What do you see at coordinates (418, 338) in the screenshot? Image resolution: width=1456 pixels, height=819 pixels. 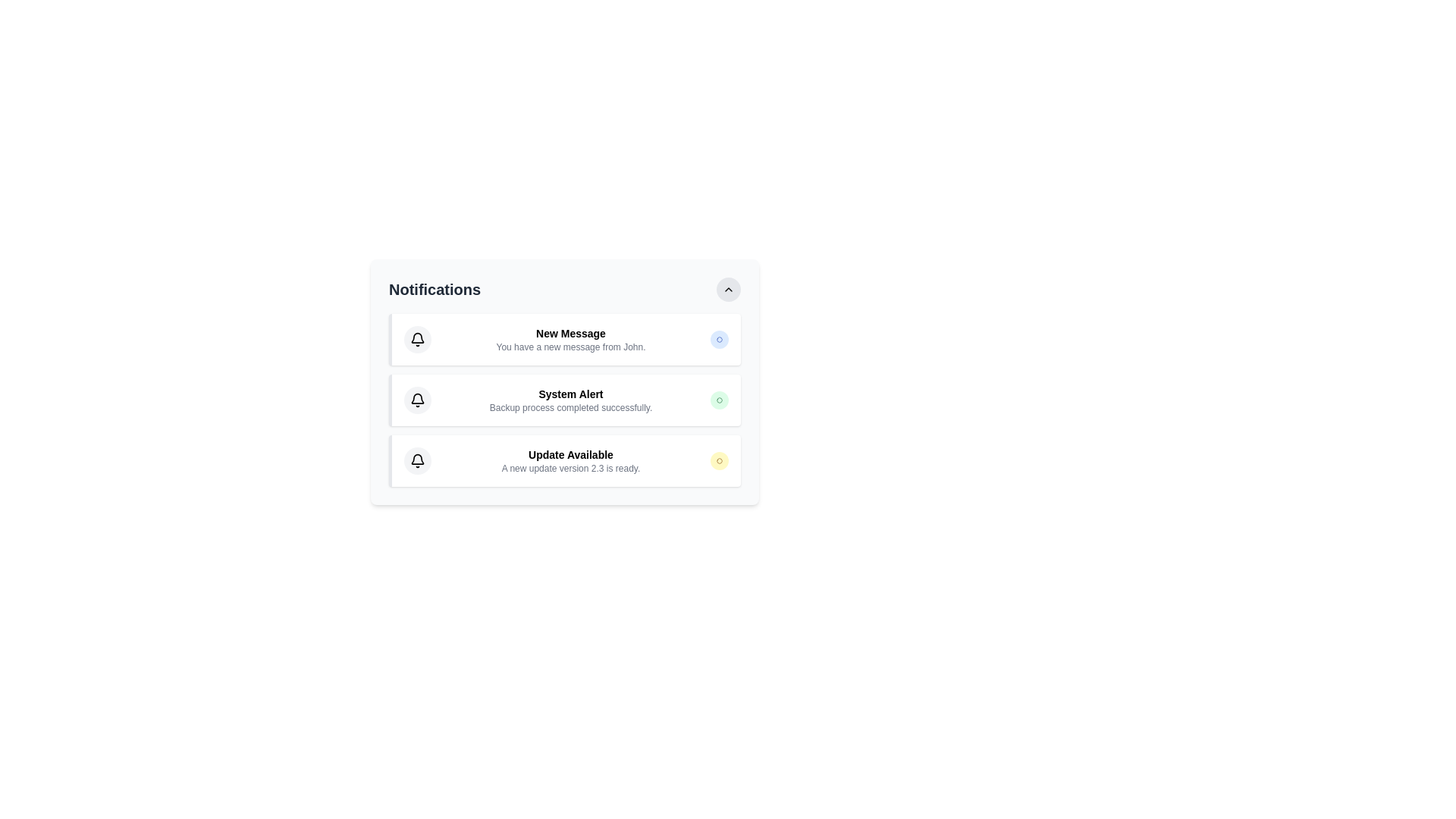 I see `the bell-shaped notification icon` at bounding box center [418, 338].